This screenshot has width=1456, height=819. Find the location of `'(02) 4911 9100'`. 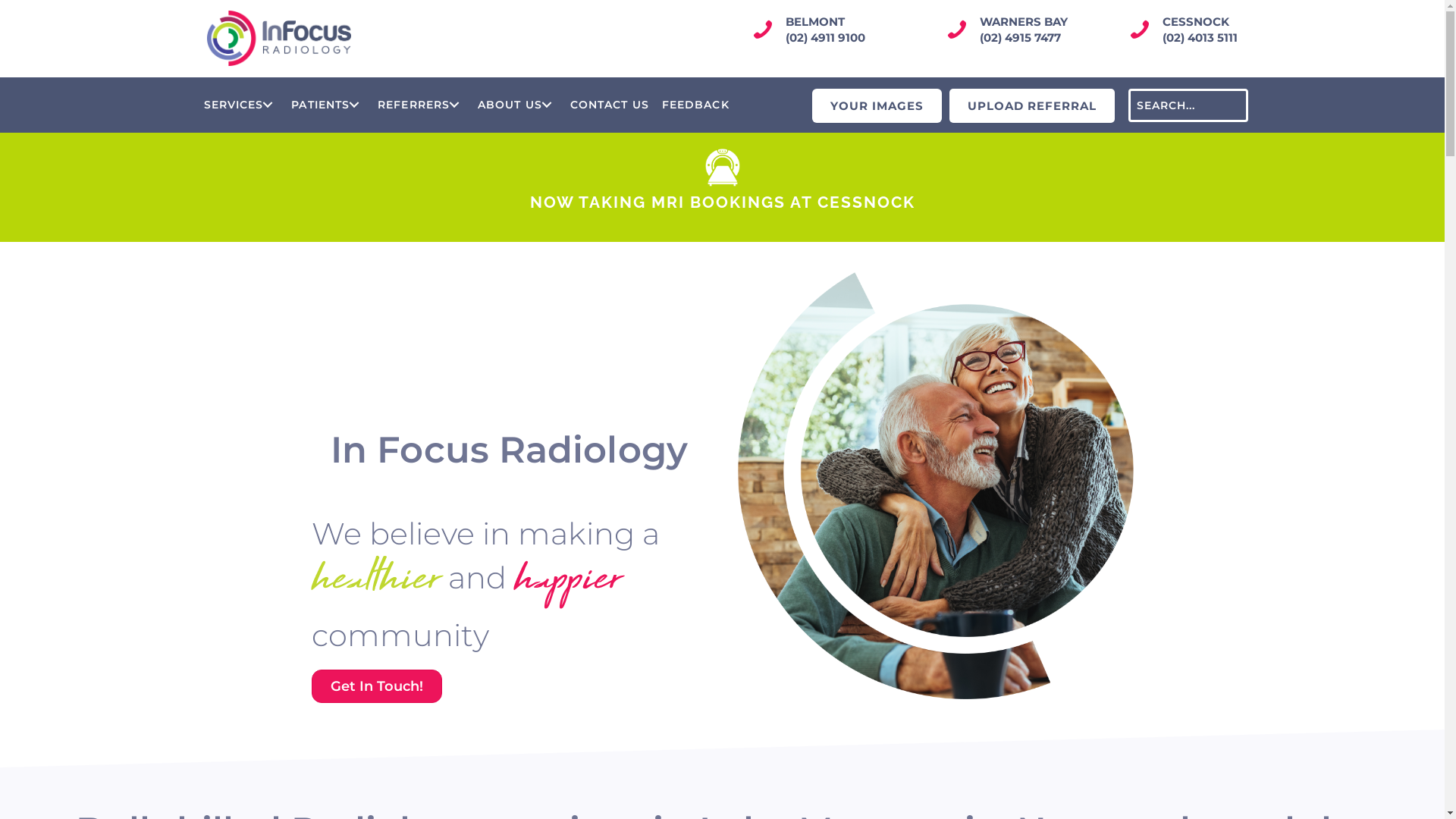

'(02) 4911 9100' is located at coordinates (786, 36).